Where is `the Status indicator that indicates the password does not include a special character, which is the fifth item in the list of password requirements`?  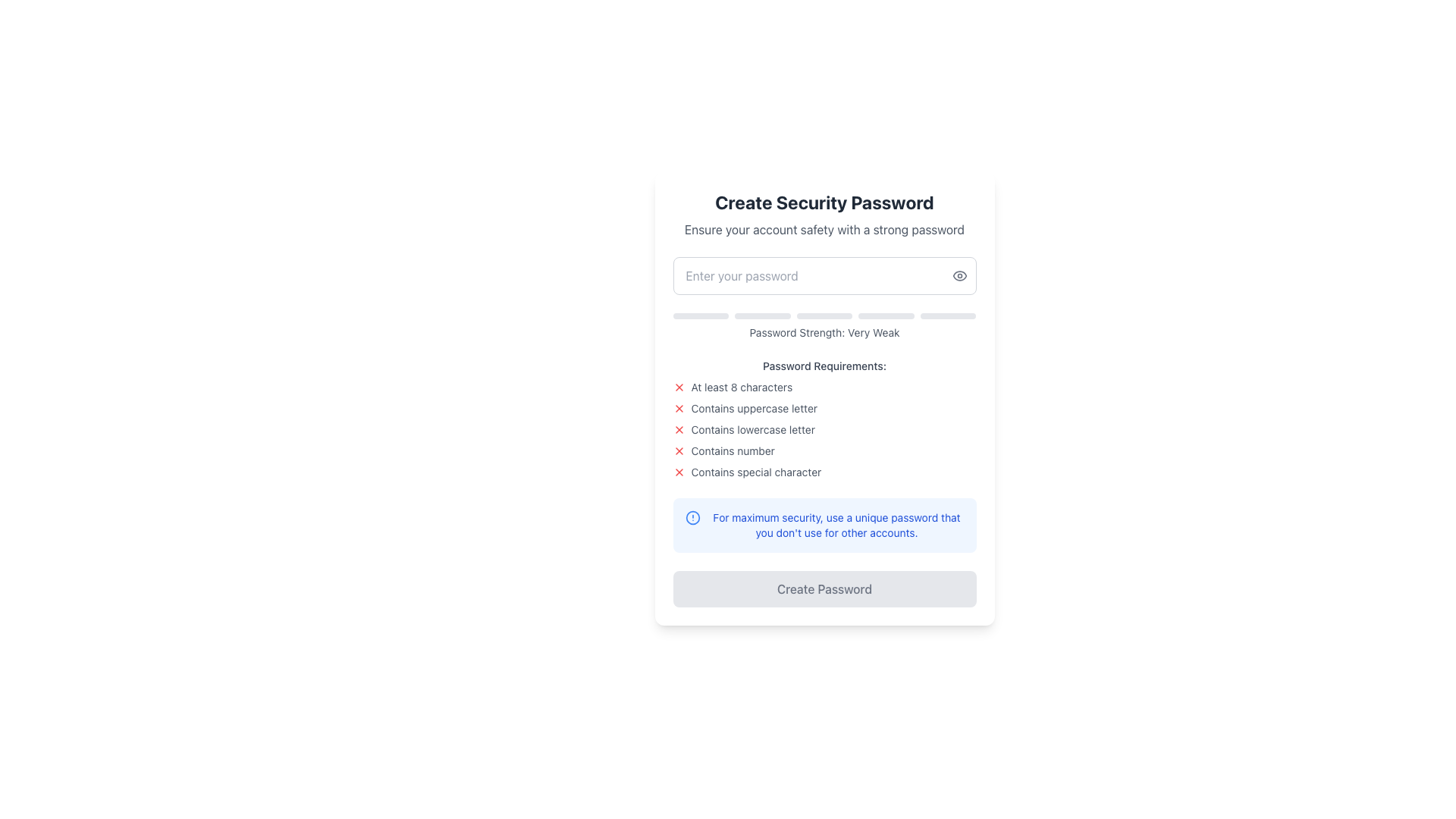 the Status indicator that indicates the password does not include a special character, which is the fifth item in the list of password requirements is located at coordinates (824, 472).